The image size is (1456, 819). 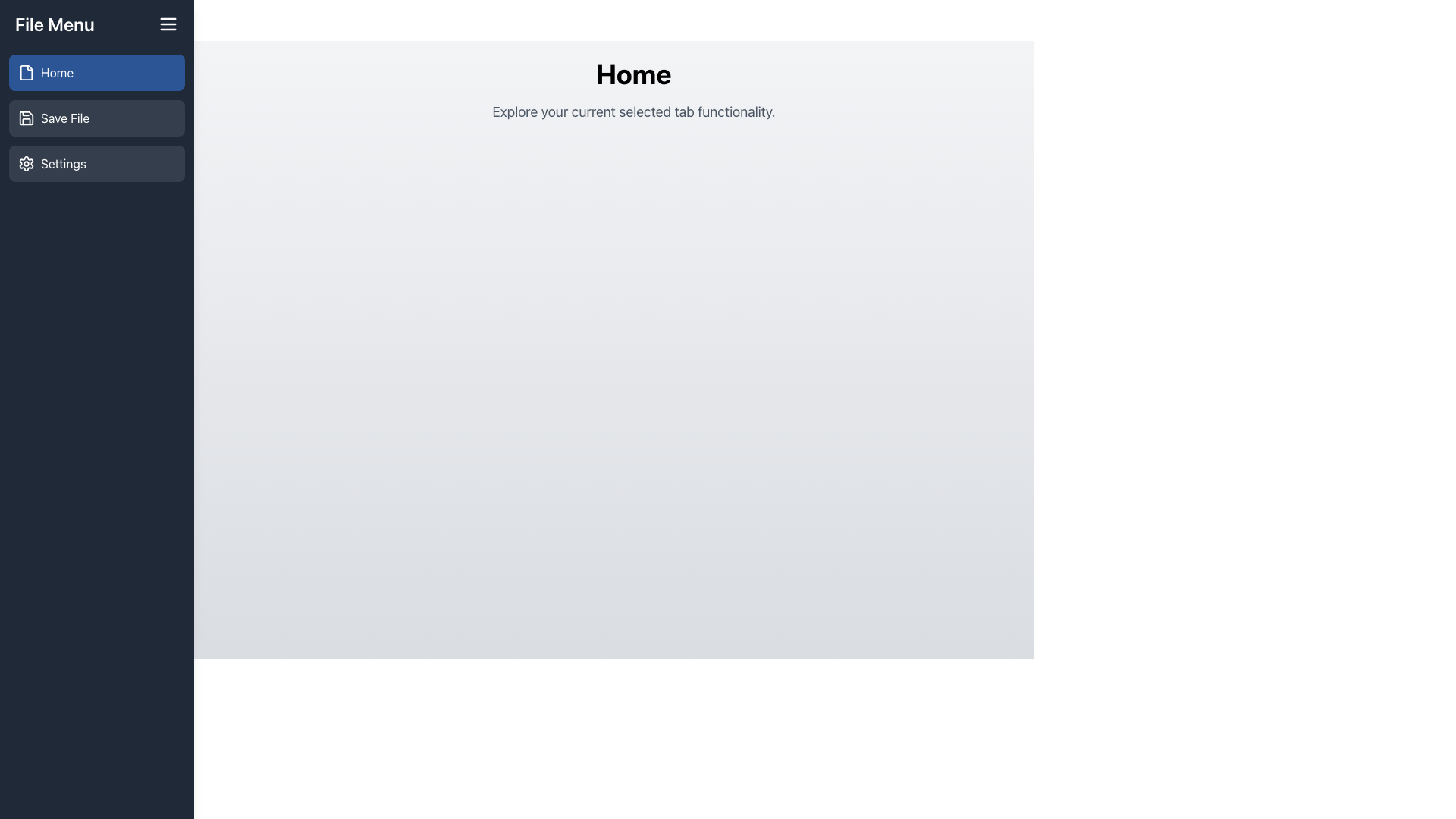 What do you see at coordinates (26, 73) in the screenshot?
I see `the 'Home' icon located` at bounding box center [26, 73].